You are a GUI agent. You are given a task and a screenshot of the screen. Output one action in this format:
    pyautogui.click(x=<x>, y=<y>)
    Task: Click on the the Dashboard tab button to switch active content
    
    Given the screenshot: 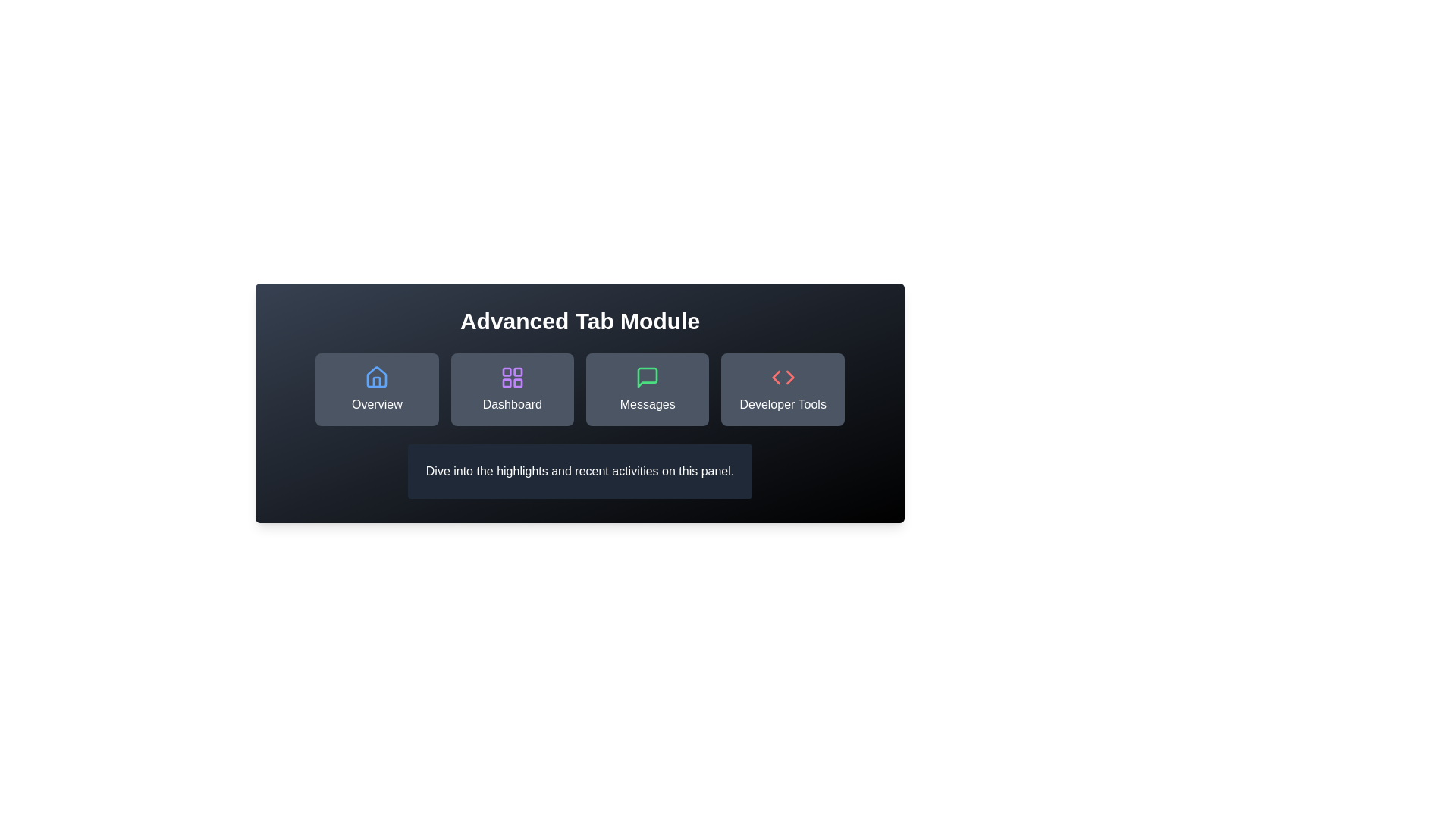 What is the action you would take?
    pyautogui.click(x=512, y=388)
    